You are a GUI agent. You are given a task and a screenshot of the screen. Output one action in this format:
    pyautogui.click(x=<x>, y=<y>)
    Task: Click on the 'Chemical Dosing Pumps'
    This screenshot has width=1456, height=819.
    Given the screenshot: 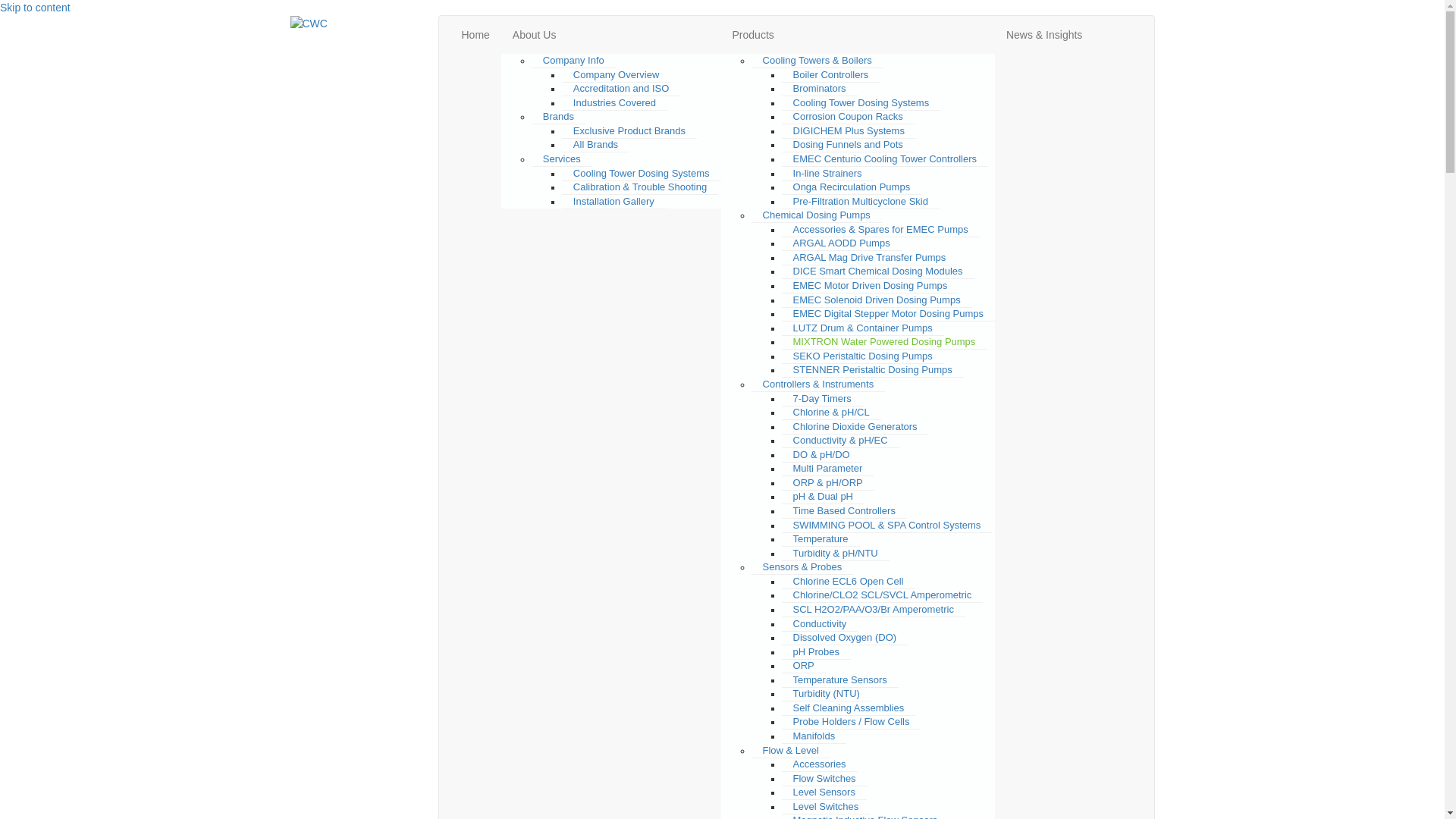 What is the action you would take?
    pyautogui.click(x=815, y=215)
    